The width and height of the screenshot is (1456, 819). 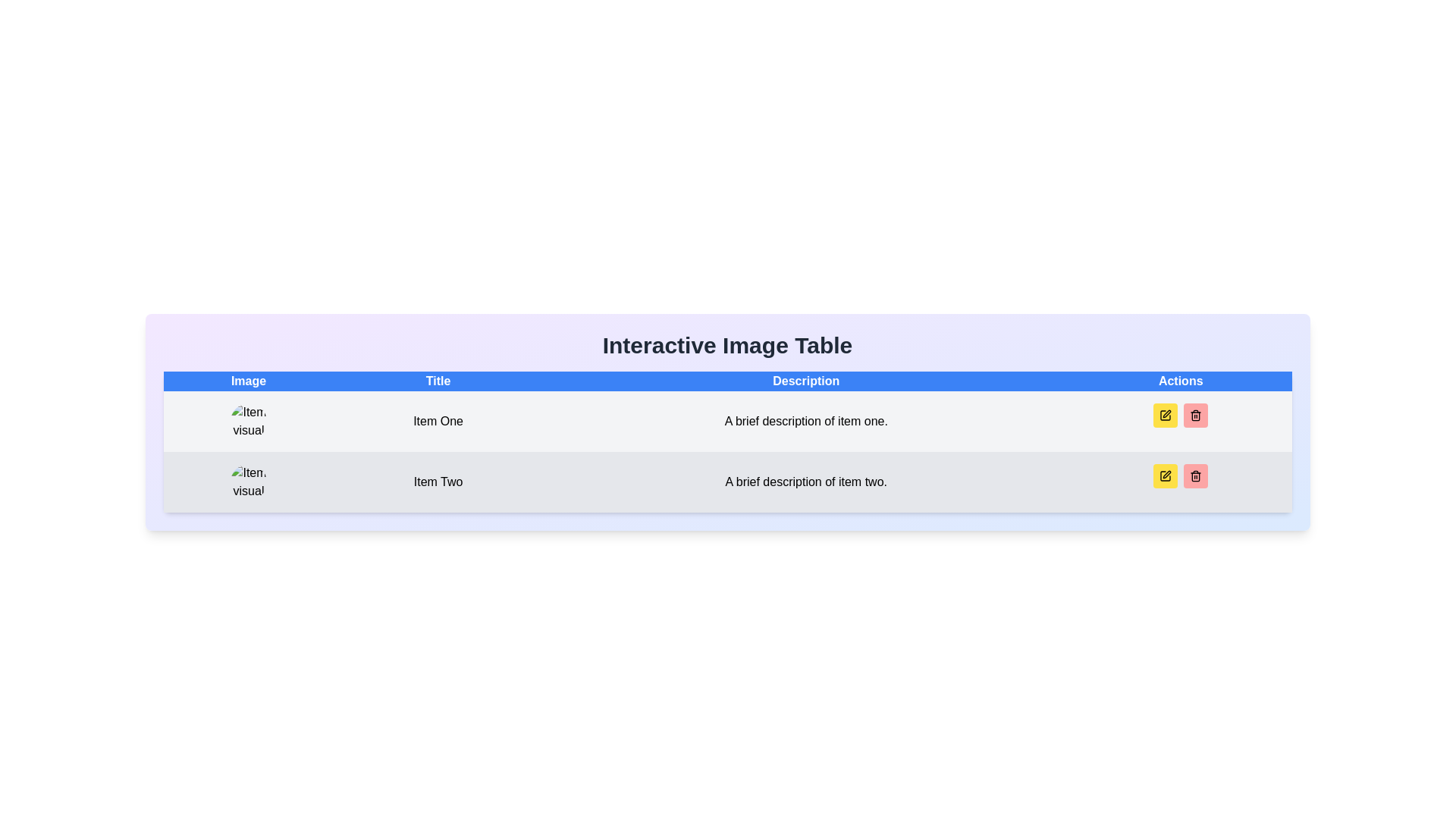 I want to click on the trash icon button in the 'Actions' column of the second row, so click(x=1195, y=415).